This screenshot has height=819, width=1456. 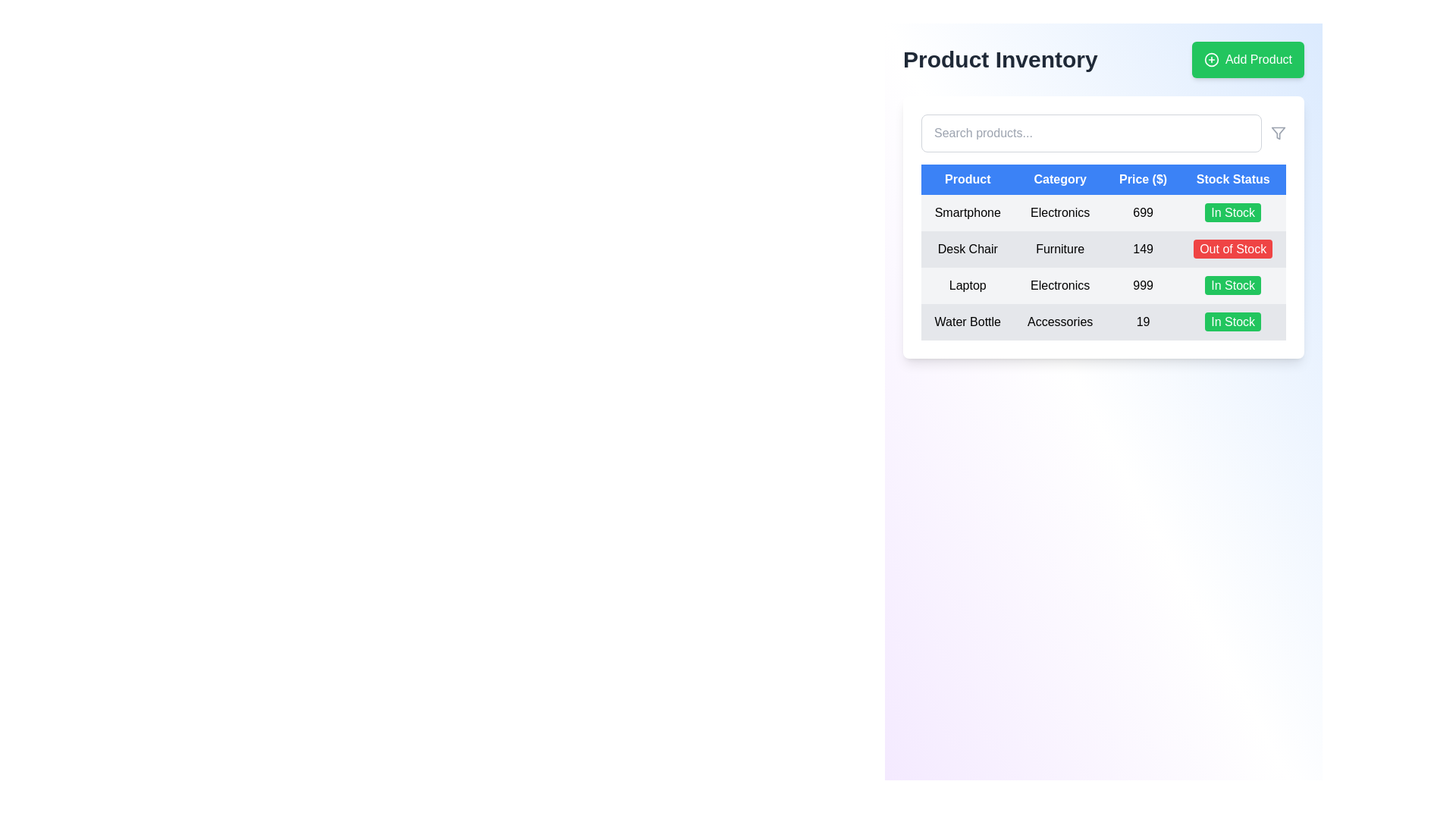 What do you see at coordinates (1059, 286) in the screenshot?
I see `the text label displaying 'Electronics' in the 'Category' column of the product table associated with the product name 'Laptop'` at bounding box center [1059, 286].